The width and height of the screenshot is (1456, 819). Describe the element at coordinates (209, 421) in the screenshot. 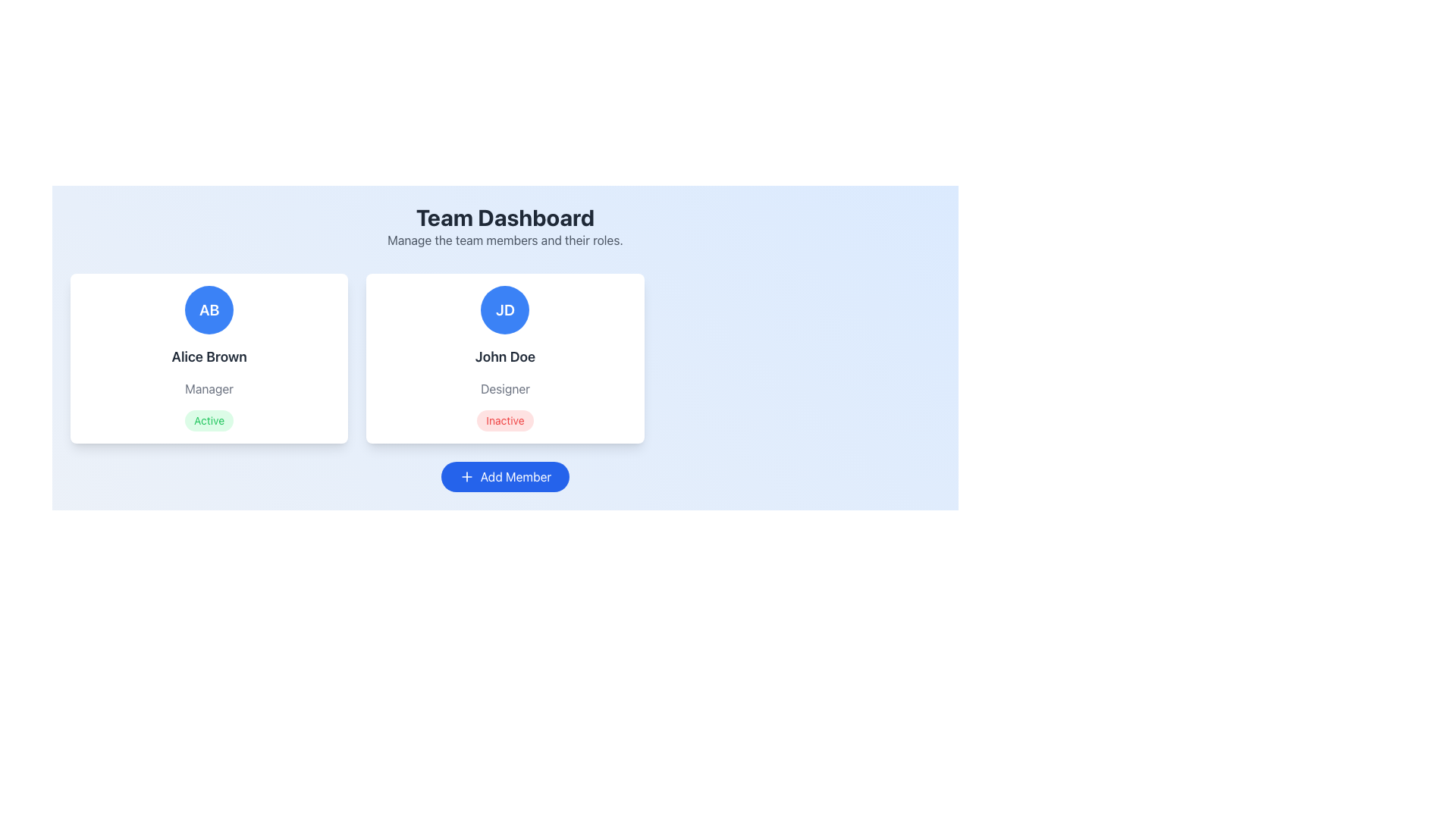

I see `the Status indicator label that shows the team member's active status, positioned below the 'Manager' text in the profile card` at that location.